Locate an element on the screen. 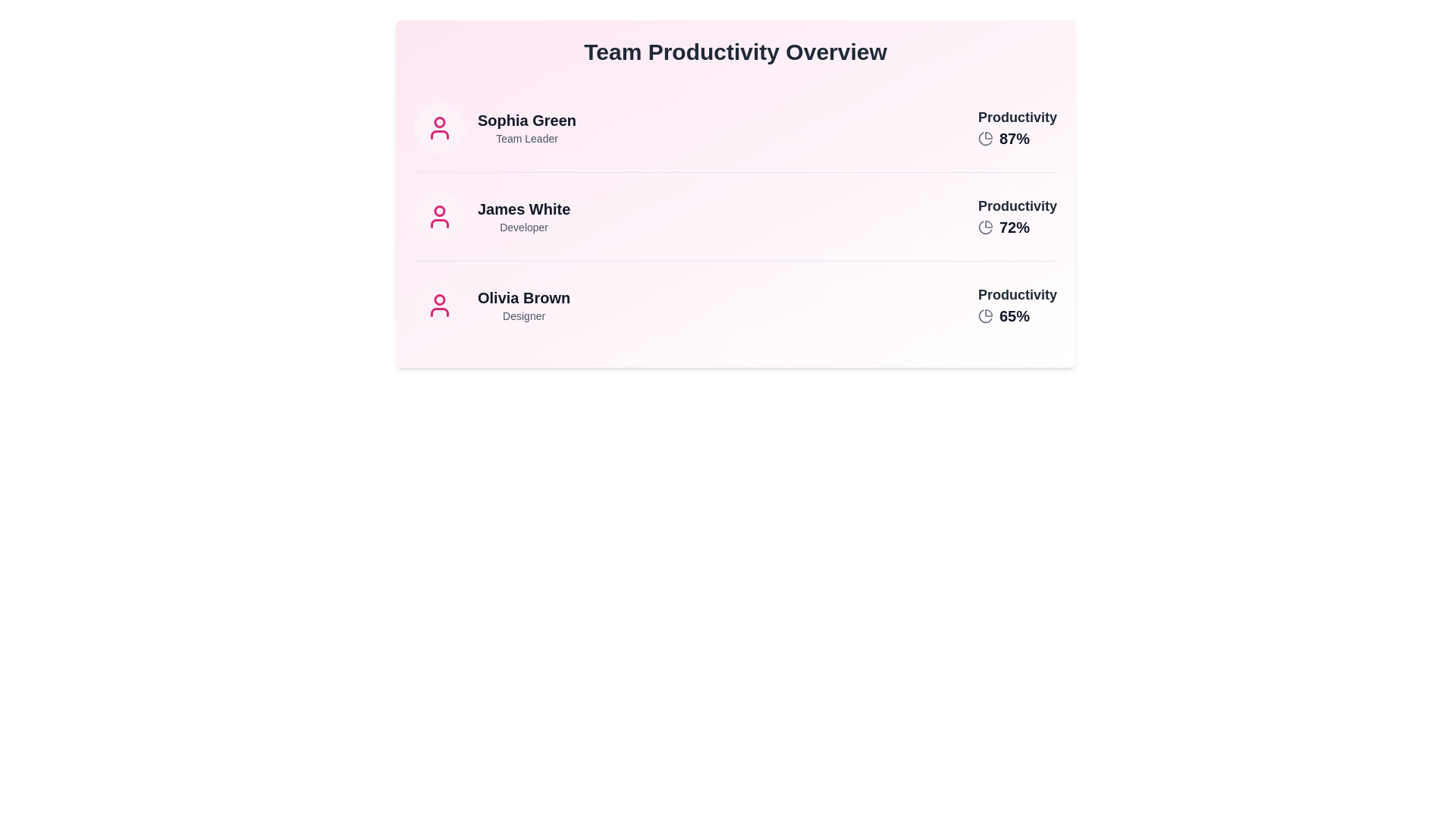 The width and height of the screenshot is (1456, 819). the information display row for 'Olivia Brown', which is the third row is located at coordinates (735, 305).